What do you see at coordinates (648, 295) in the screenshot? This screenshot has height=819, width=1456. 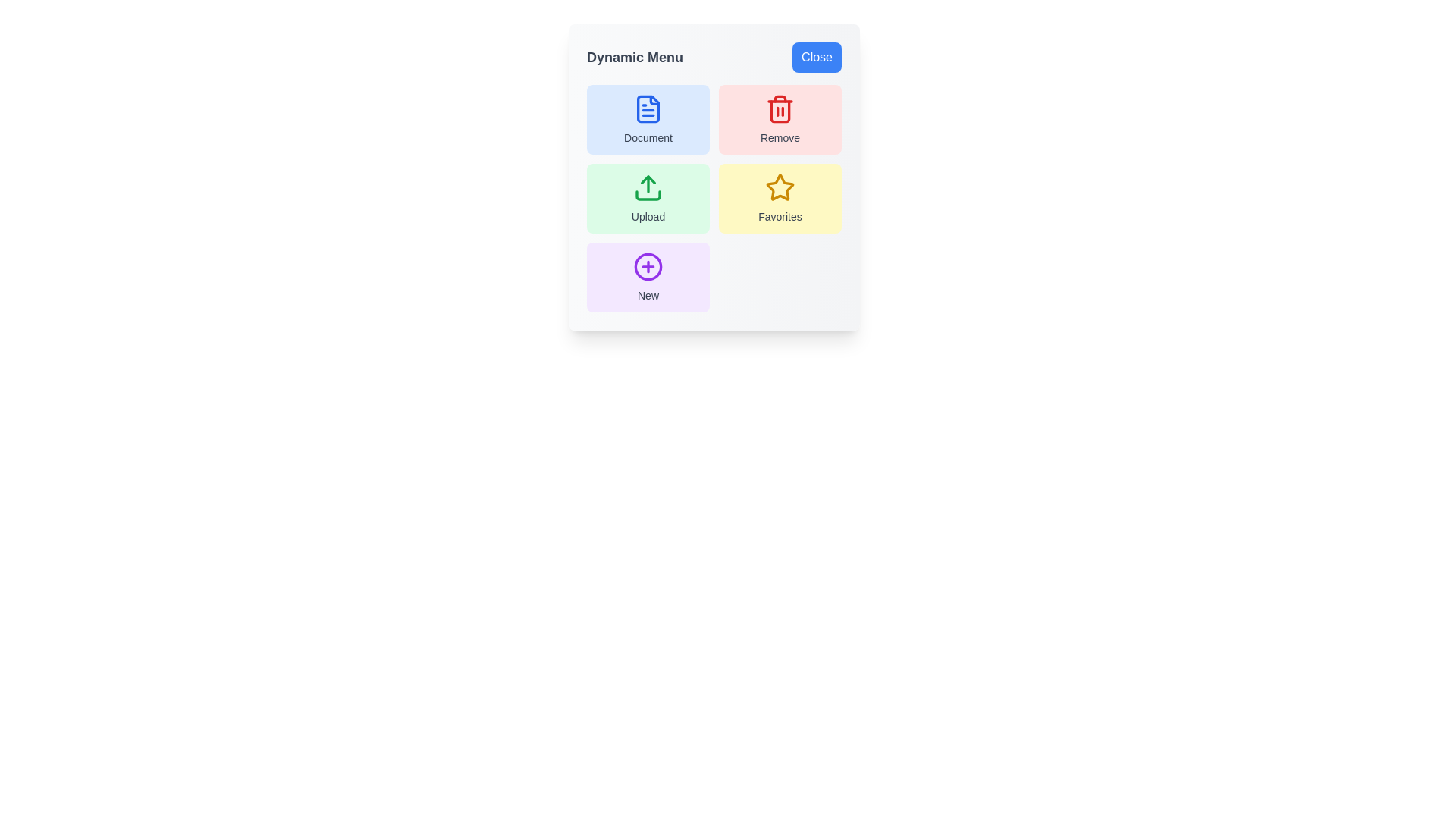 I see `text of the descriptive label located at the bottom of the purple section labeled 'New', positioned centrally below the circular purple icon with a plus sign` at bounding box center [648, 295].